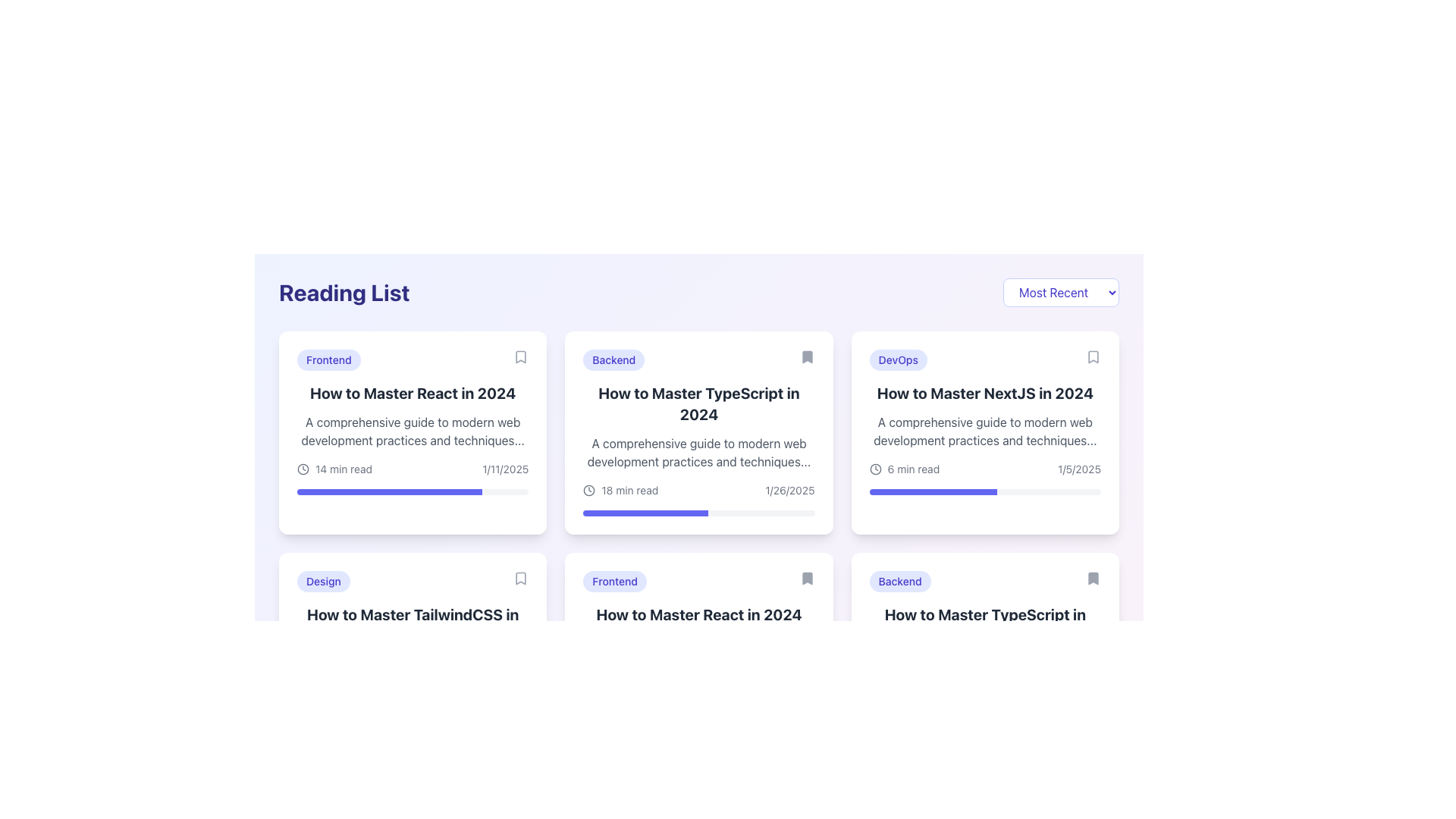 This screenshot has width=1456, height=819. I want to click on the bookmark button located at the top-right corner of the 'How to Master TailwindCSS in 2024' card to observe the color change, so click(521, 579).